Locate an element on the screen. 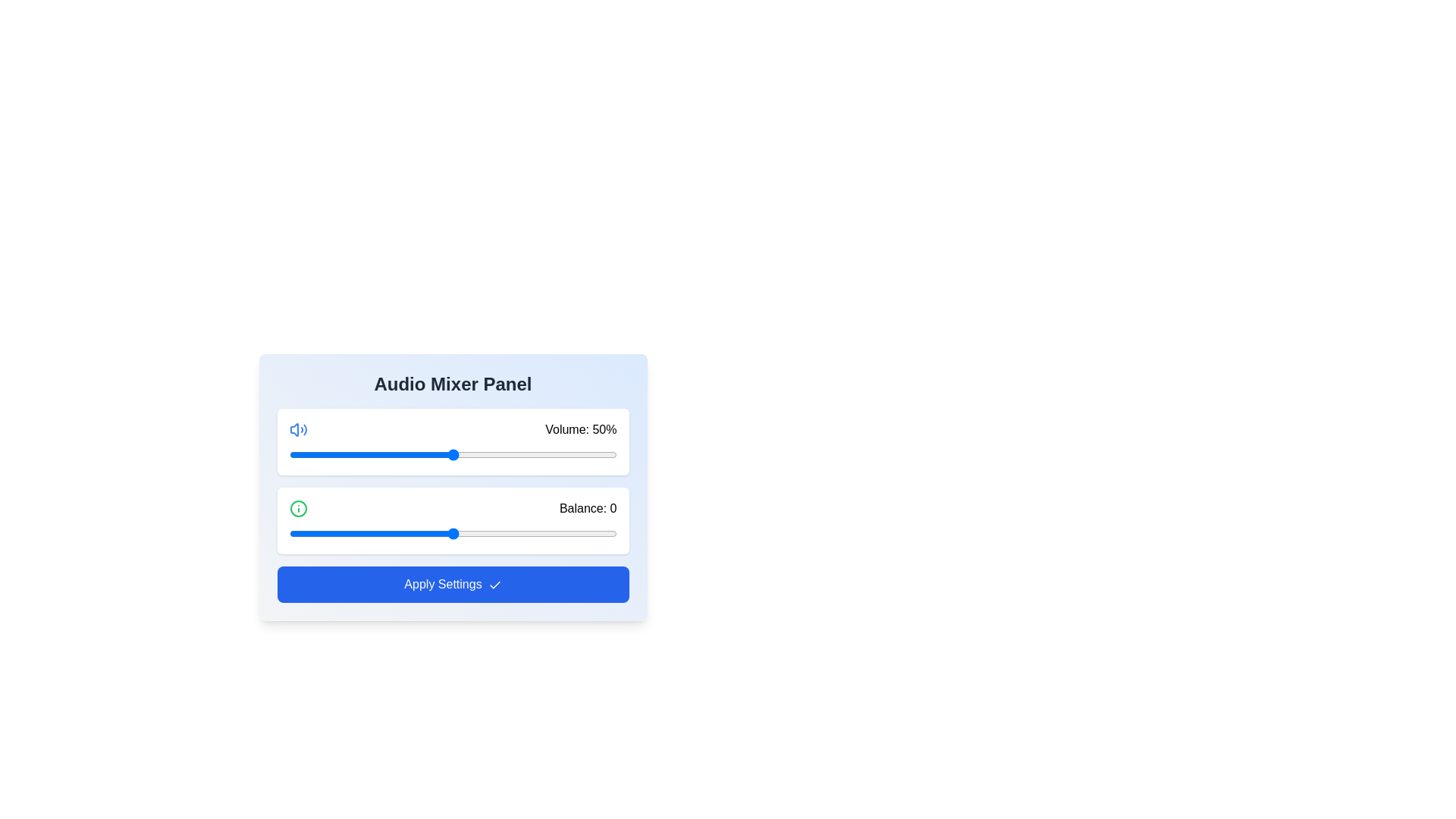  the balance slider to set the balance to -44 is located at coordinates (308, 533).